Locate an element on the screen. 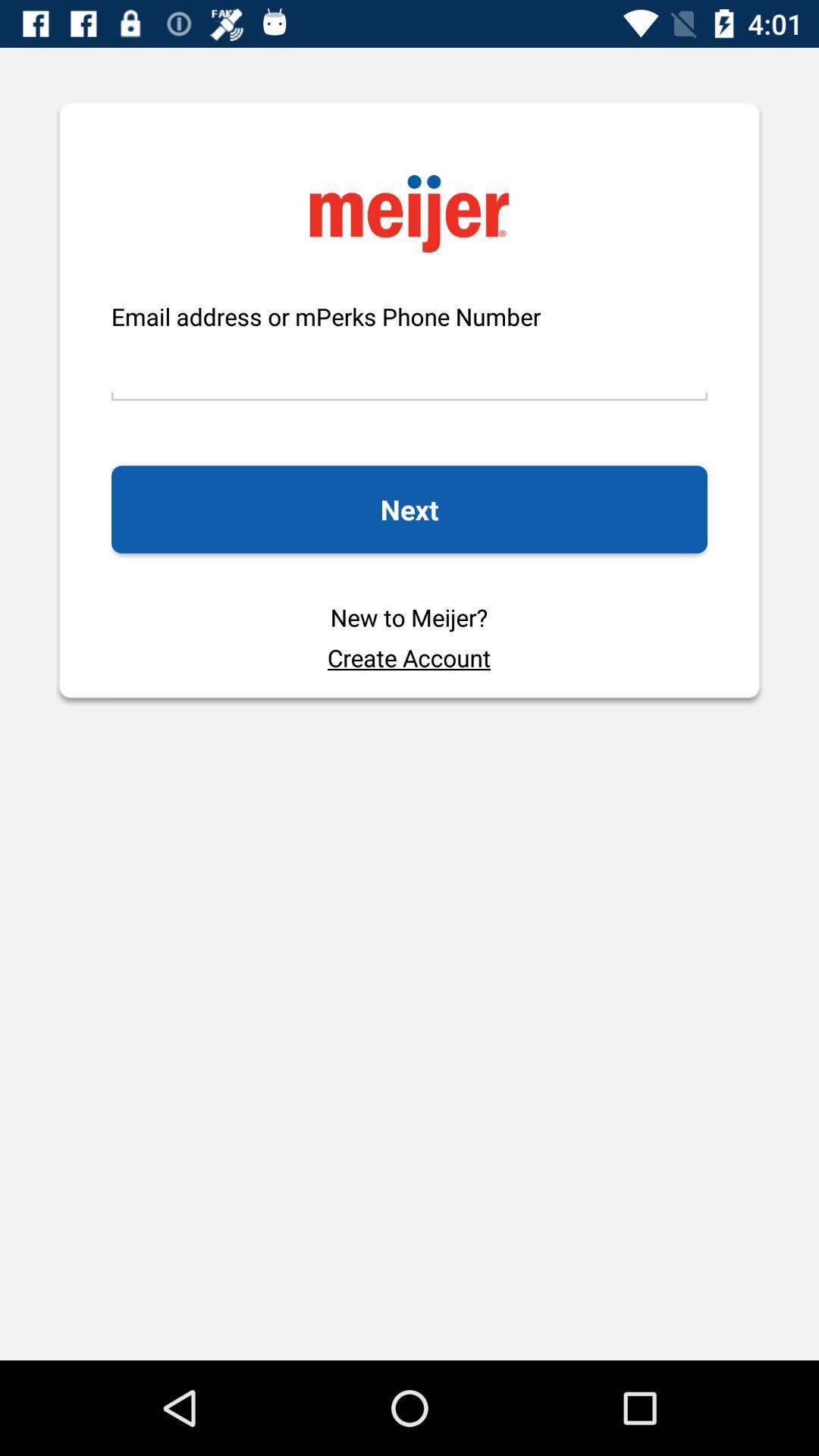  the item above the next is located at coordinates (409, 367).